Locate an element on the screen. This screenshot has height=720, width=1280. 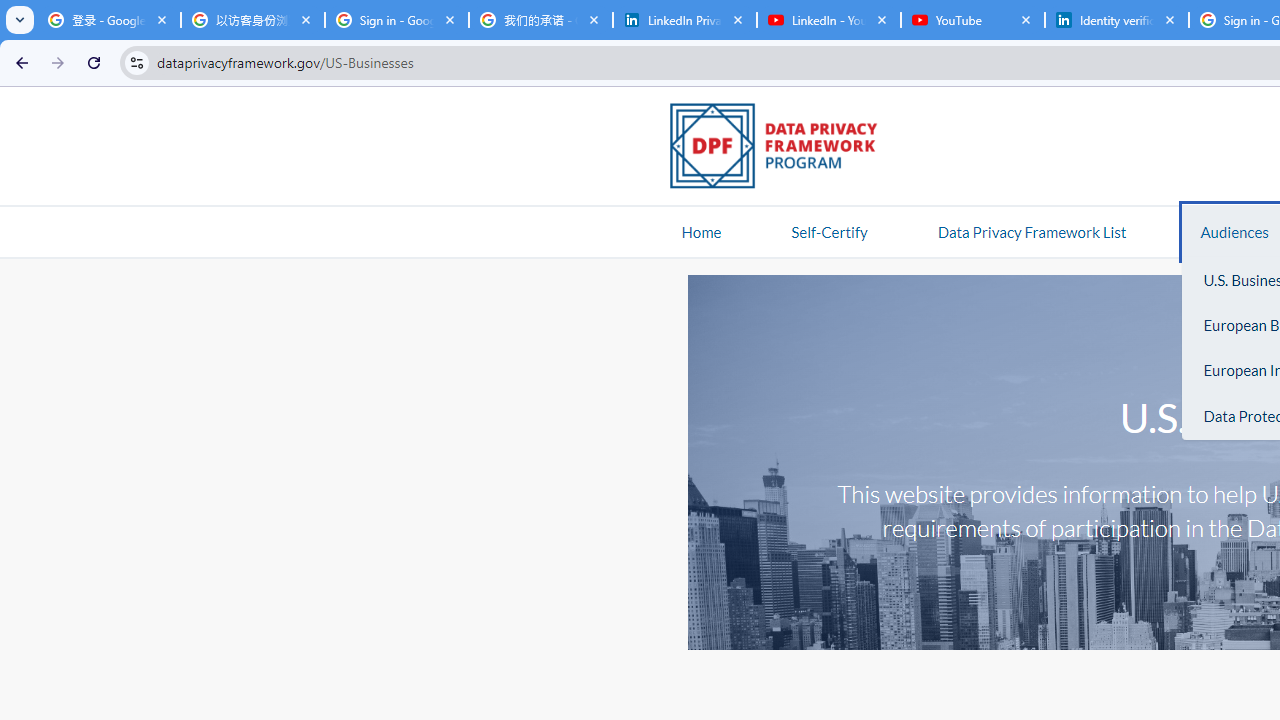
'Sign in - Google Accounts' is located at coordinates (396, 20).